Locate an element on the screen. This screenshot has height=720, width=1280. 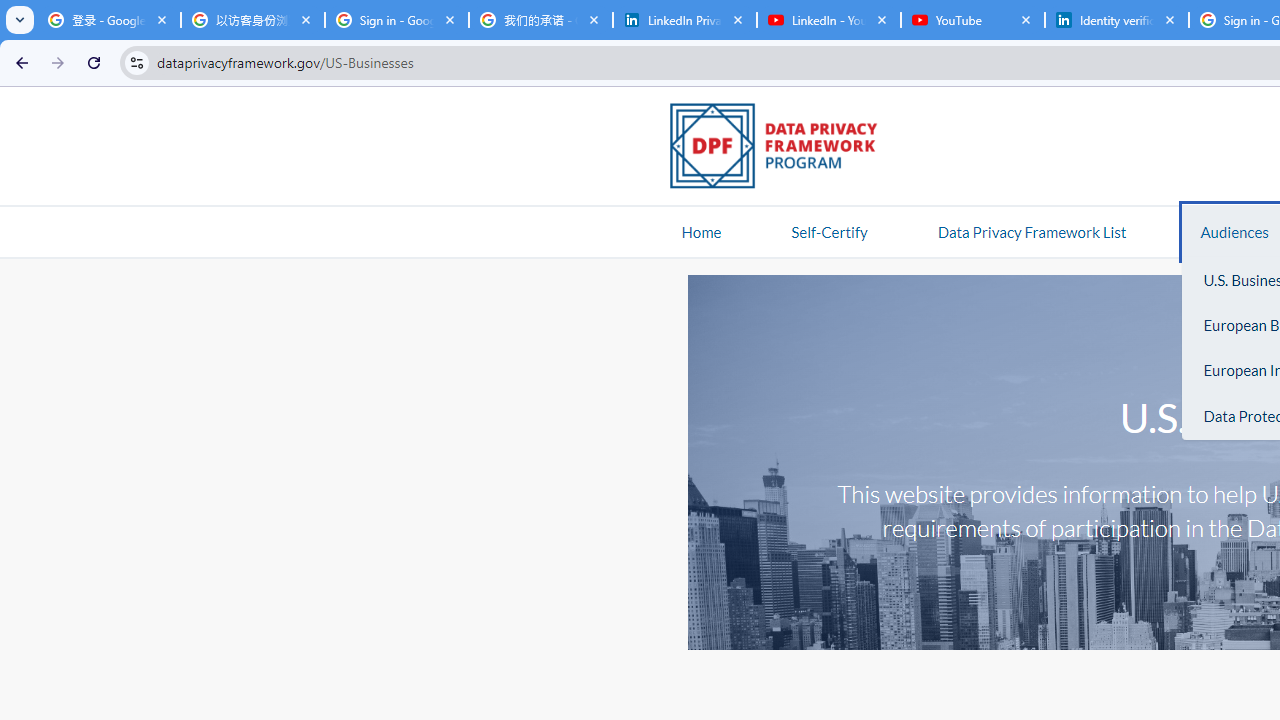
'Sign in - Google Accounts' is located at coordinates (396, 20).